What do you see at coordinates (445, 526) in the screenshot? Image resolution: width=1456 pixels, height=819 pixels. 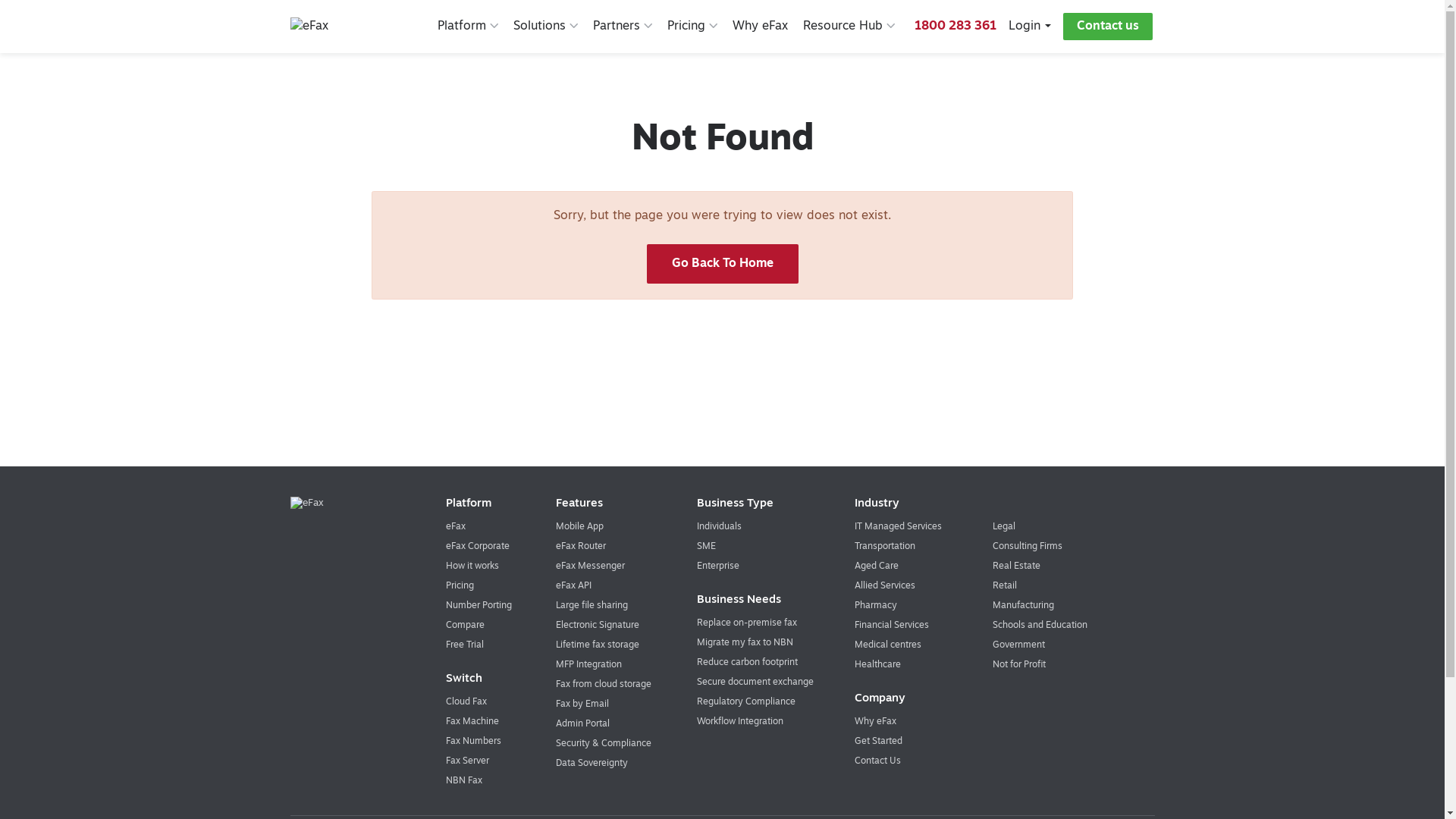 I see `'eFax'` at bounding box center [445, 526].